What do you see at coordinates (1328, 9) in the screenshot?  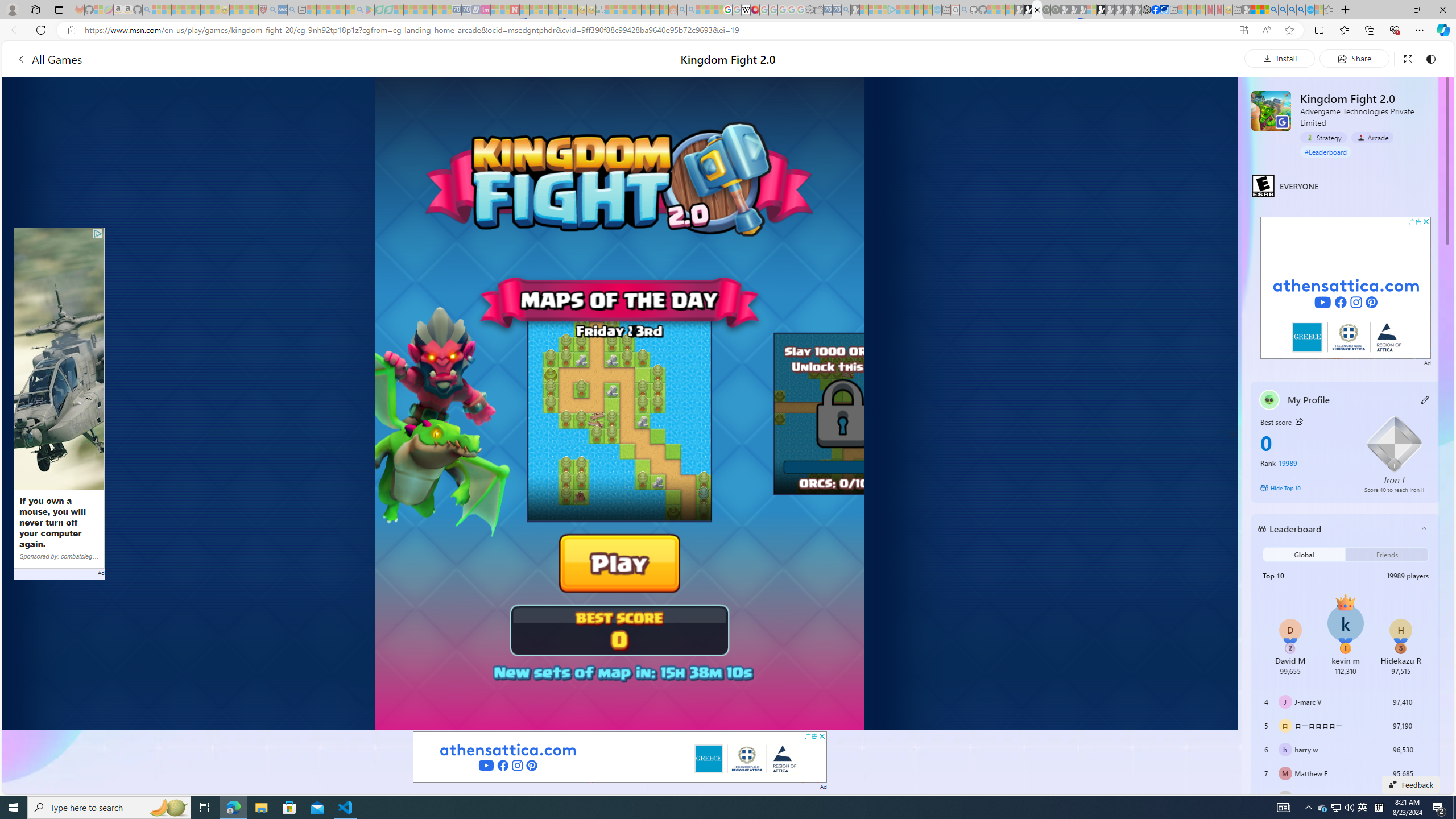 I see `'Favorites - Sleeping'` at bounding box center [1328, 9].